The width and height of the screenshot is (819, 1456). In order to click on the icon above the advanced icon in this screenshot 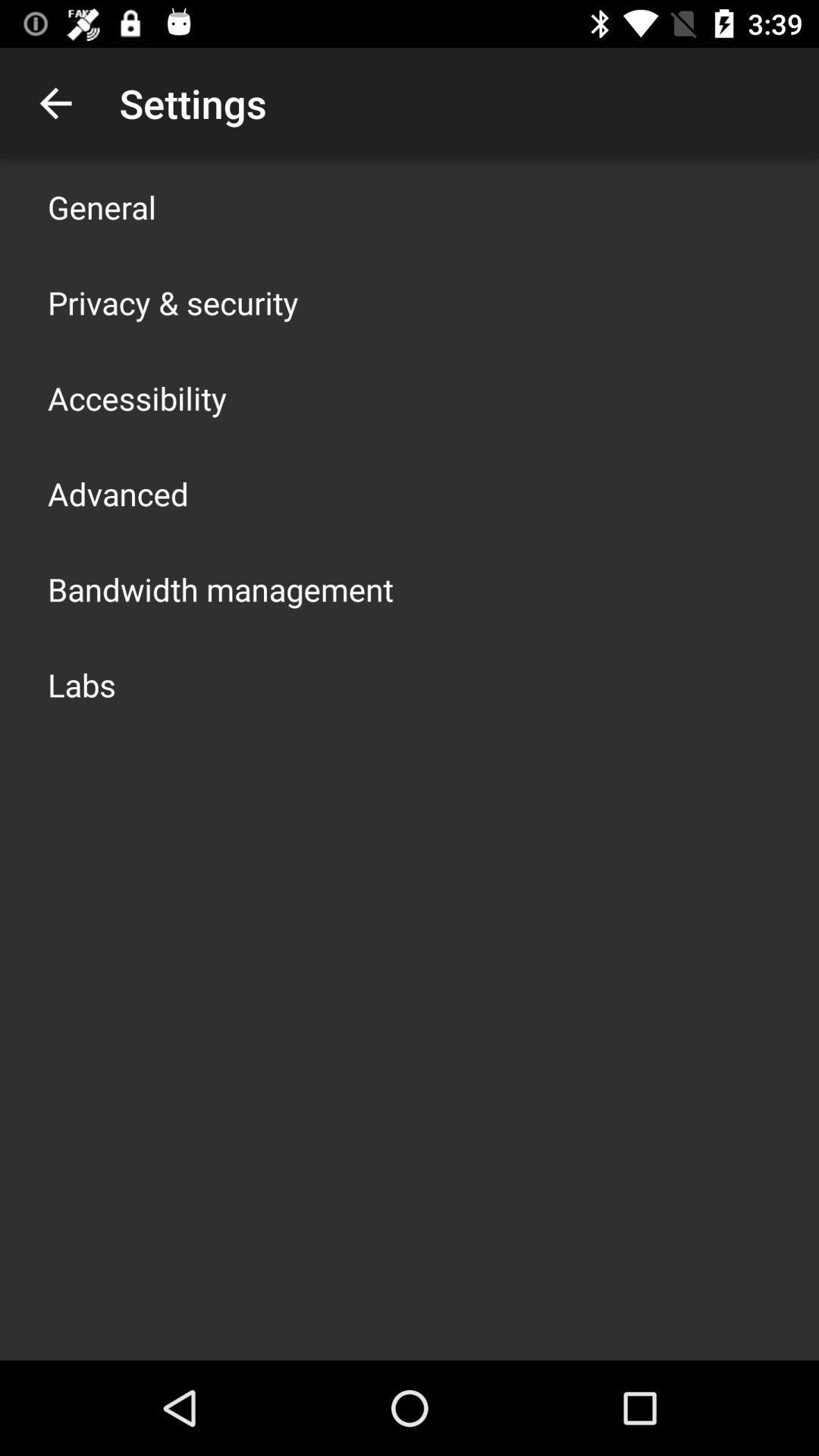, I will do `click(137, 397)`.